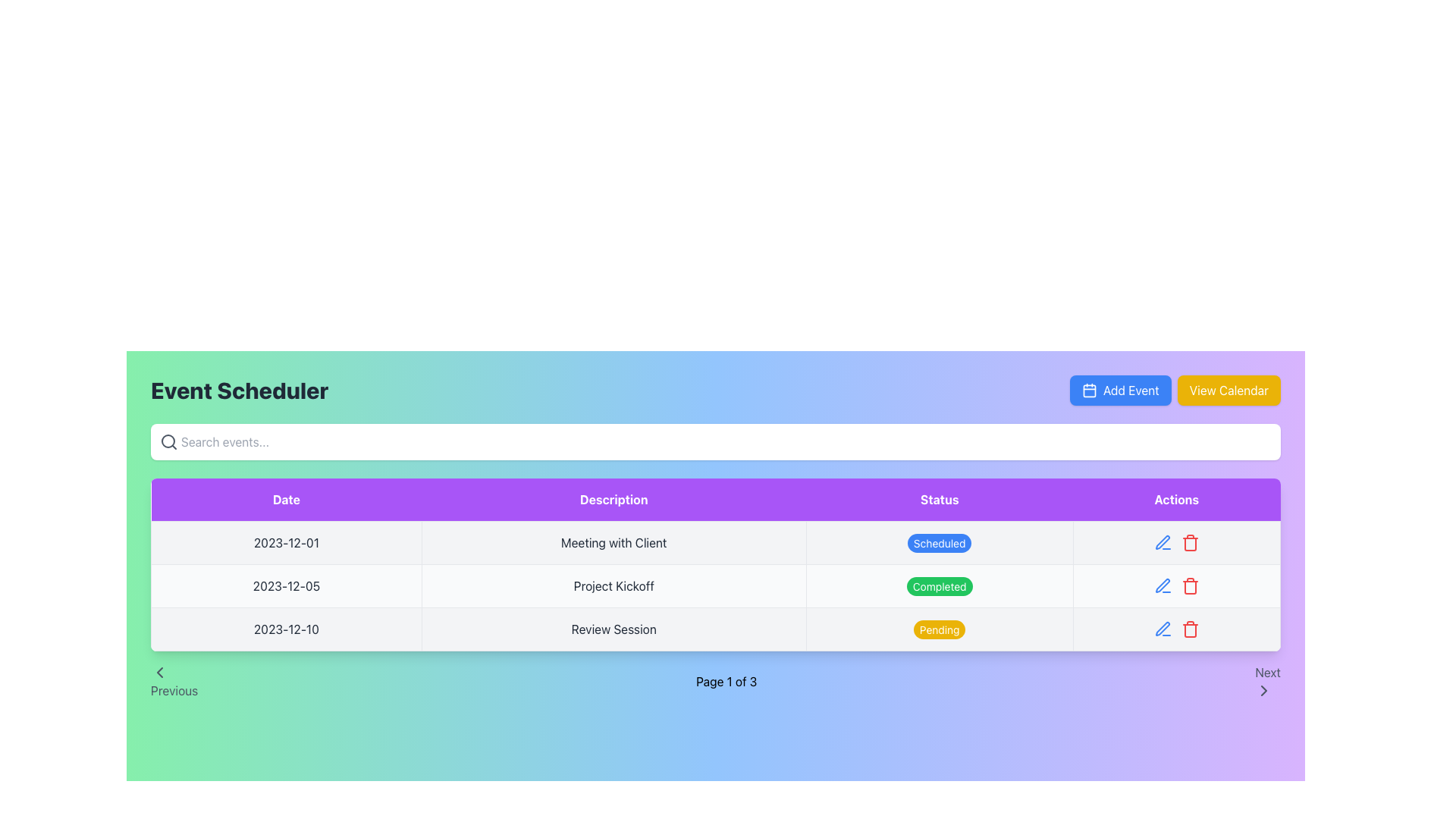 Image resolution: width=1456 pixels, height=819 pixels. Describe the element at coordinates (168, 441) in the screenshot. I see `the circular lens portion of the magnifying glass icon in the search bar, located just beneath the 'Event Scheduler' heading` at that location.